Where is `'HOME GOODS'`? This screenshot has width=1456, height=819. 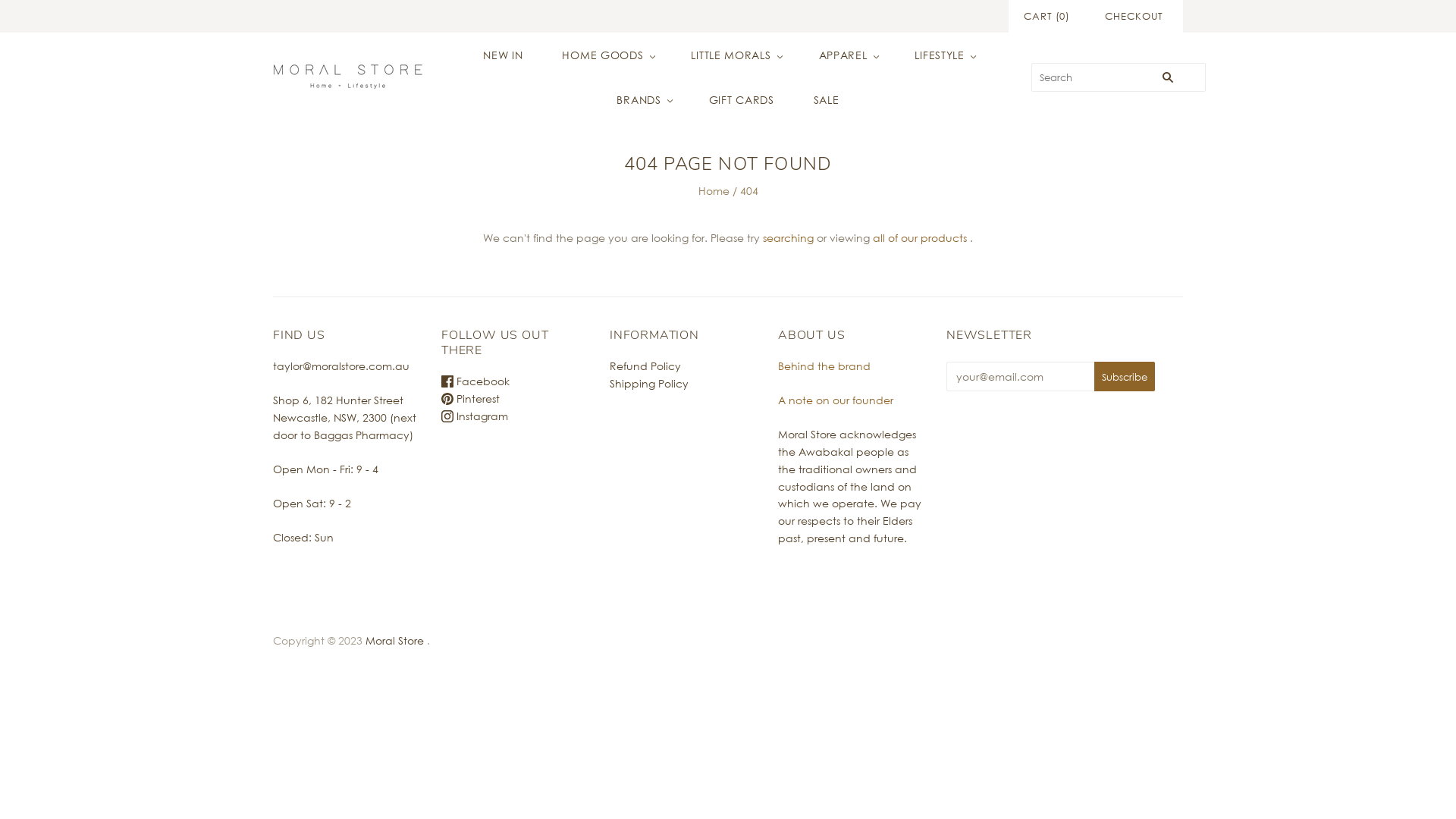 'HOME GOODS' is located at coordinates (607, 55).